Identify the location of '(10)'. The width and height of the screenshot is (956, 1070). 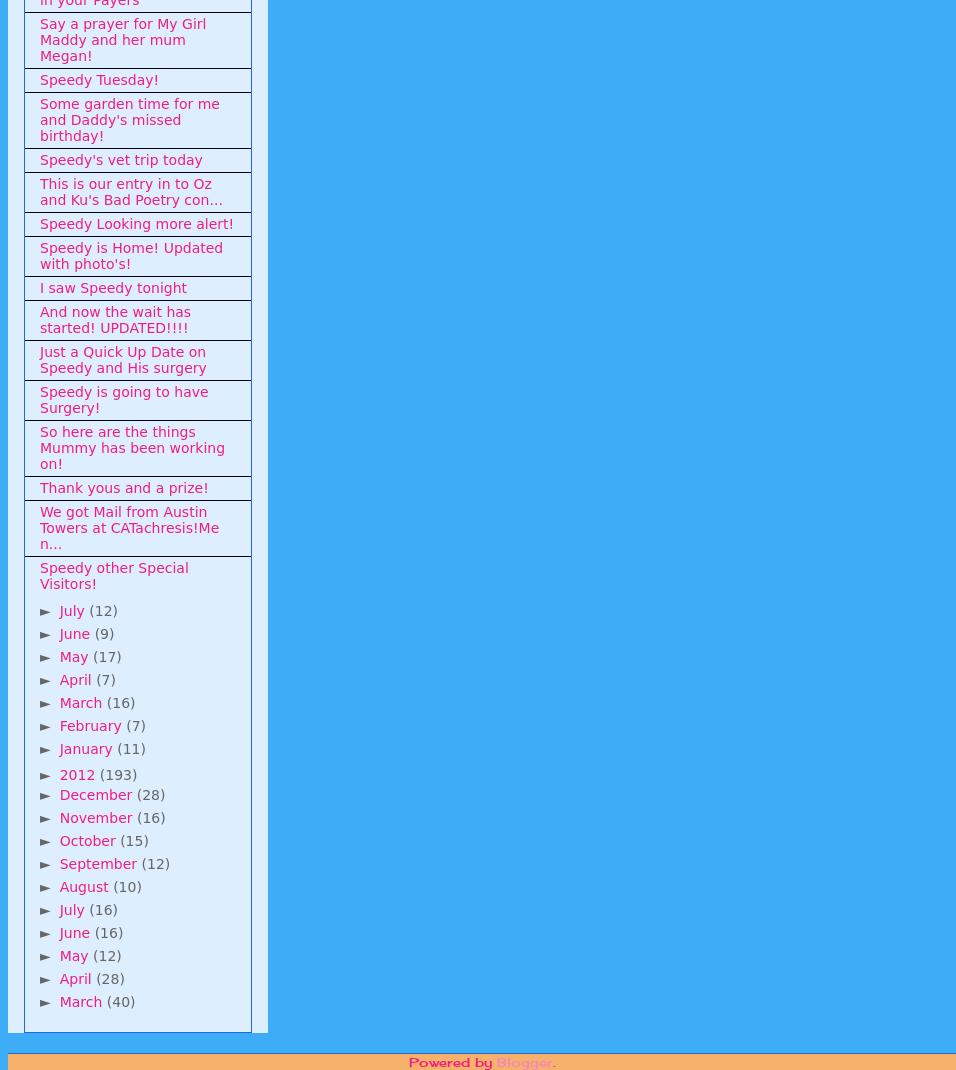
(126, 885).